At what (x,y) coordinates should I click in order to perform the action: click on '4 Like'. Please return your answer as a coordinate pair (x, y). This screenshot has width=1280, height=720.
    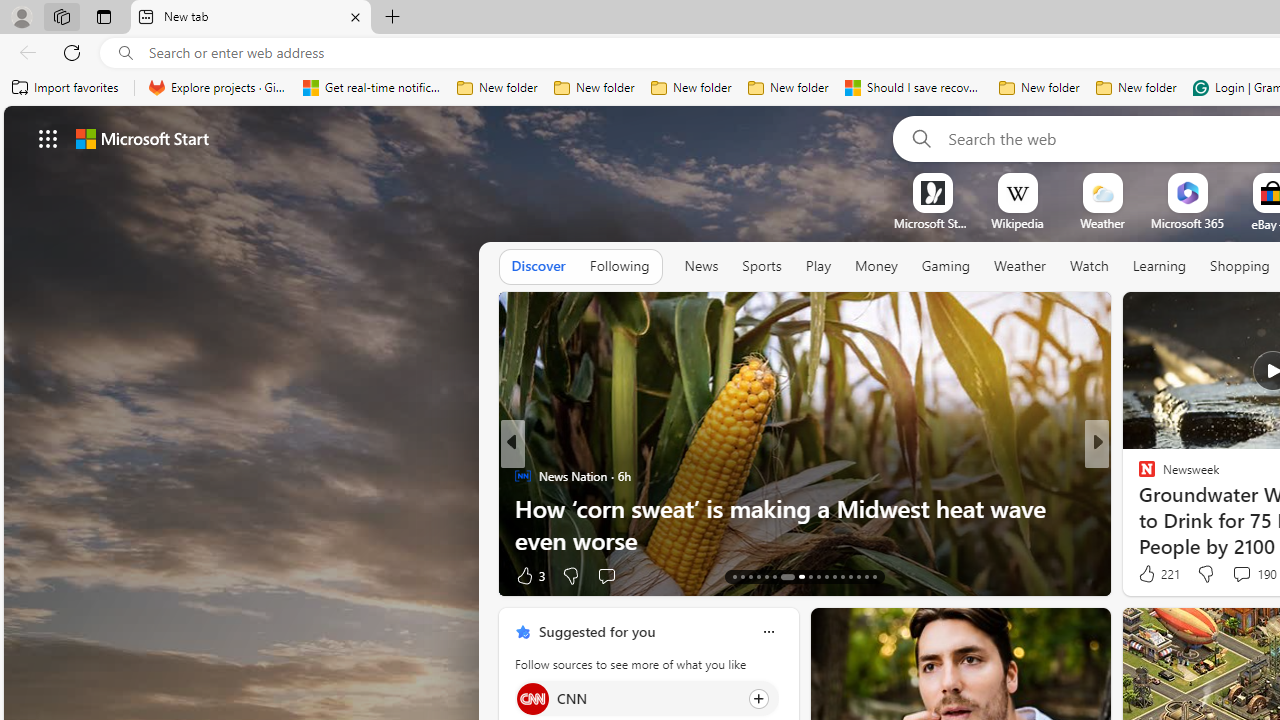
    Looking at the image, I should click on (1145, 575).